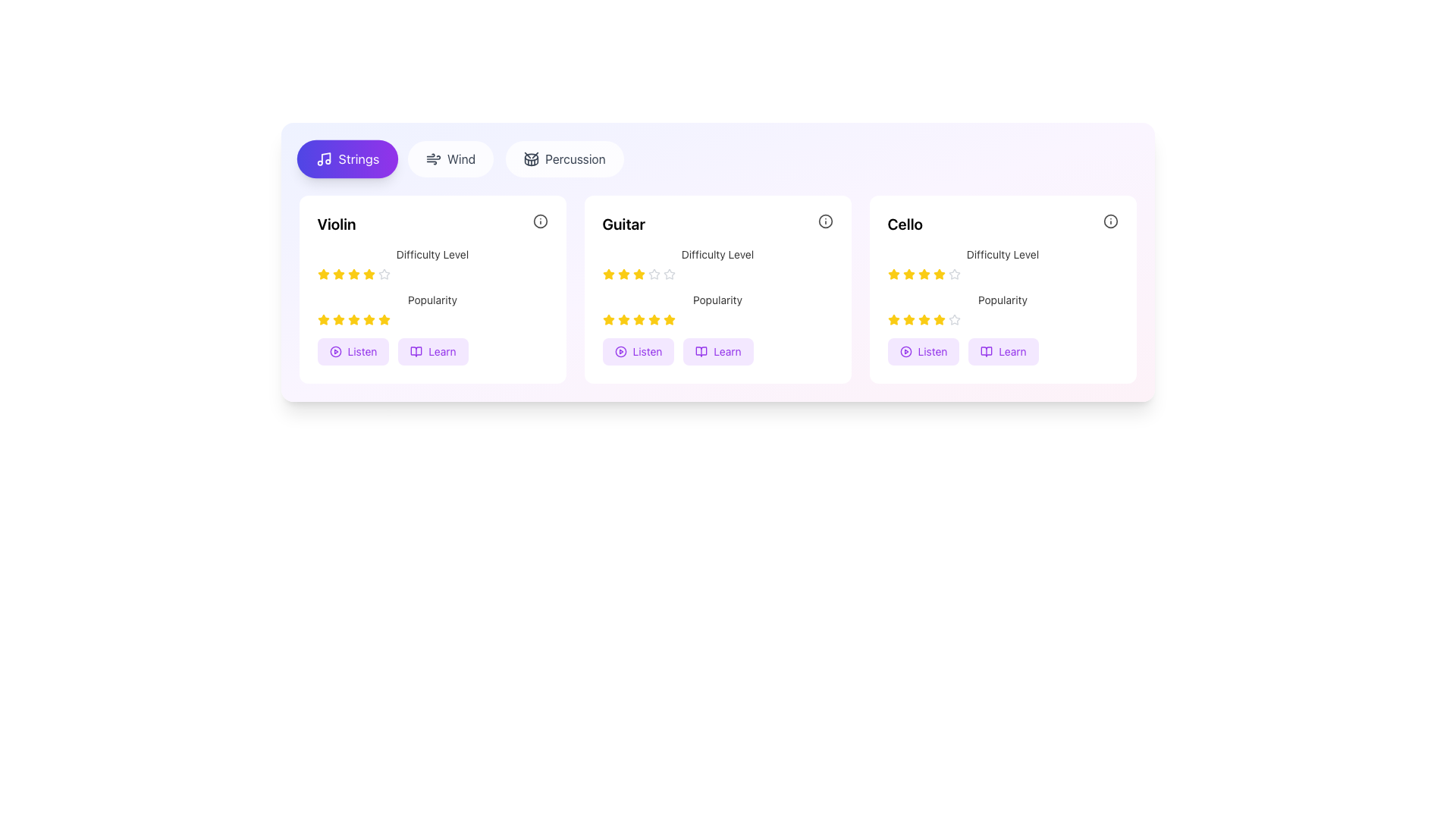 This screenshot has width=1456, height=819. What do you see at coordinates (908, 318) in the screenshot?
I see `the active yellow star icon representing the popularity rating in the second row of the 'Cello' card` at bounding box center [908, 318].